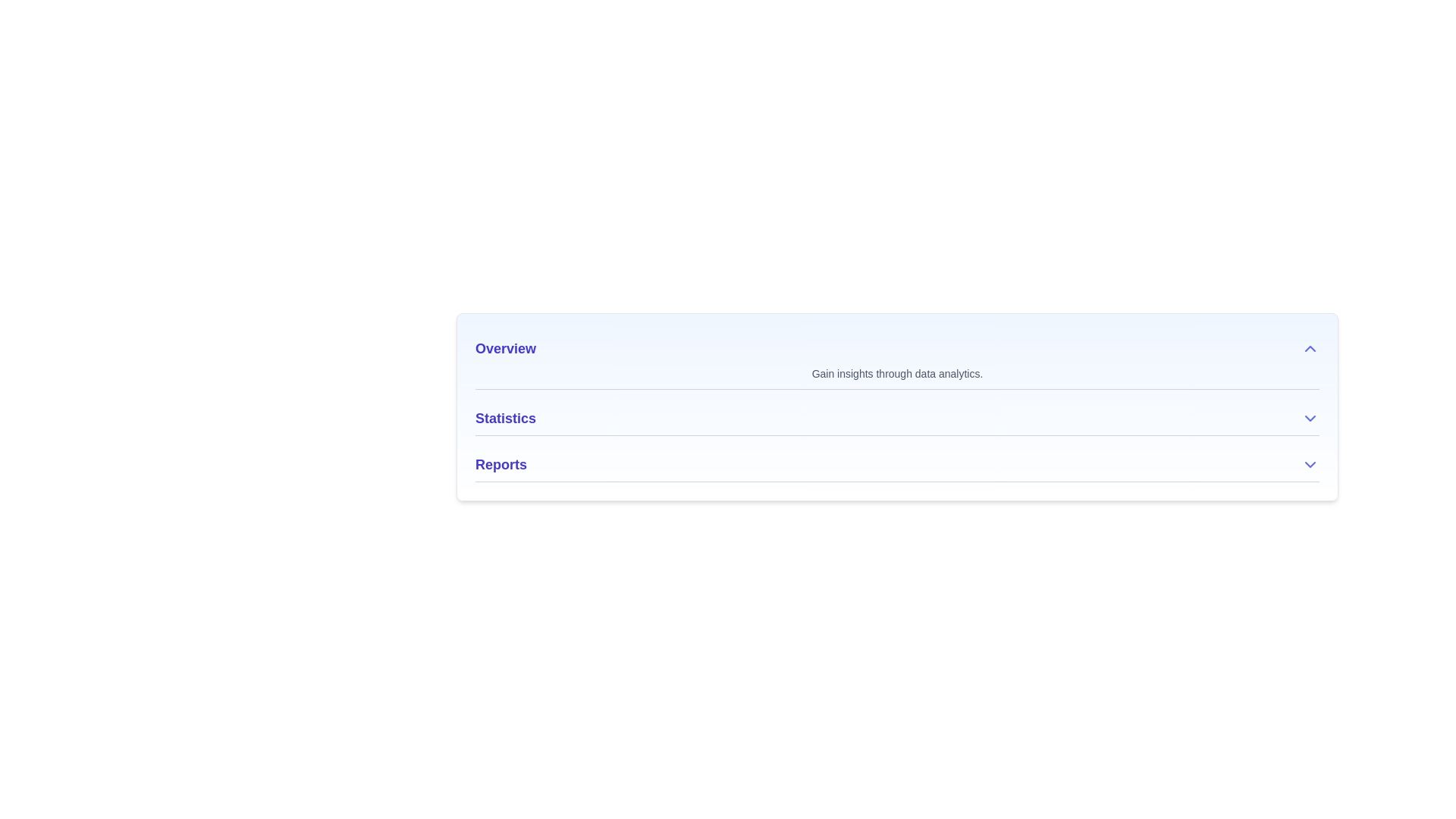 The width and height of the screenshot is (1456, 819). What do you see at coordinates (897, 464) in the screenshot?
I see `the 'Reports' Collapsible Section Header, which features bold blue text and a downward-pointing chevron, using the keyboard` at bounding box center [897, 464].